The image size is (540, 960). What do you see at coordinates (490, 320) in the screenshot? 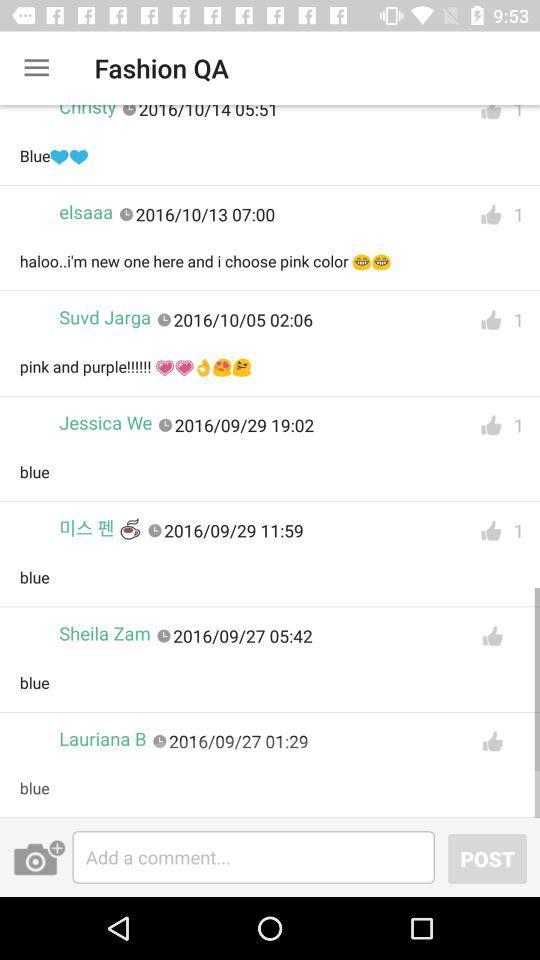
I see `gives a like` at bounding box center [490, 320].